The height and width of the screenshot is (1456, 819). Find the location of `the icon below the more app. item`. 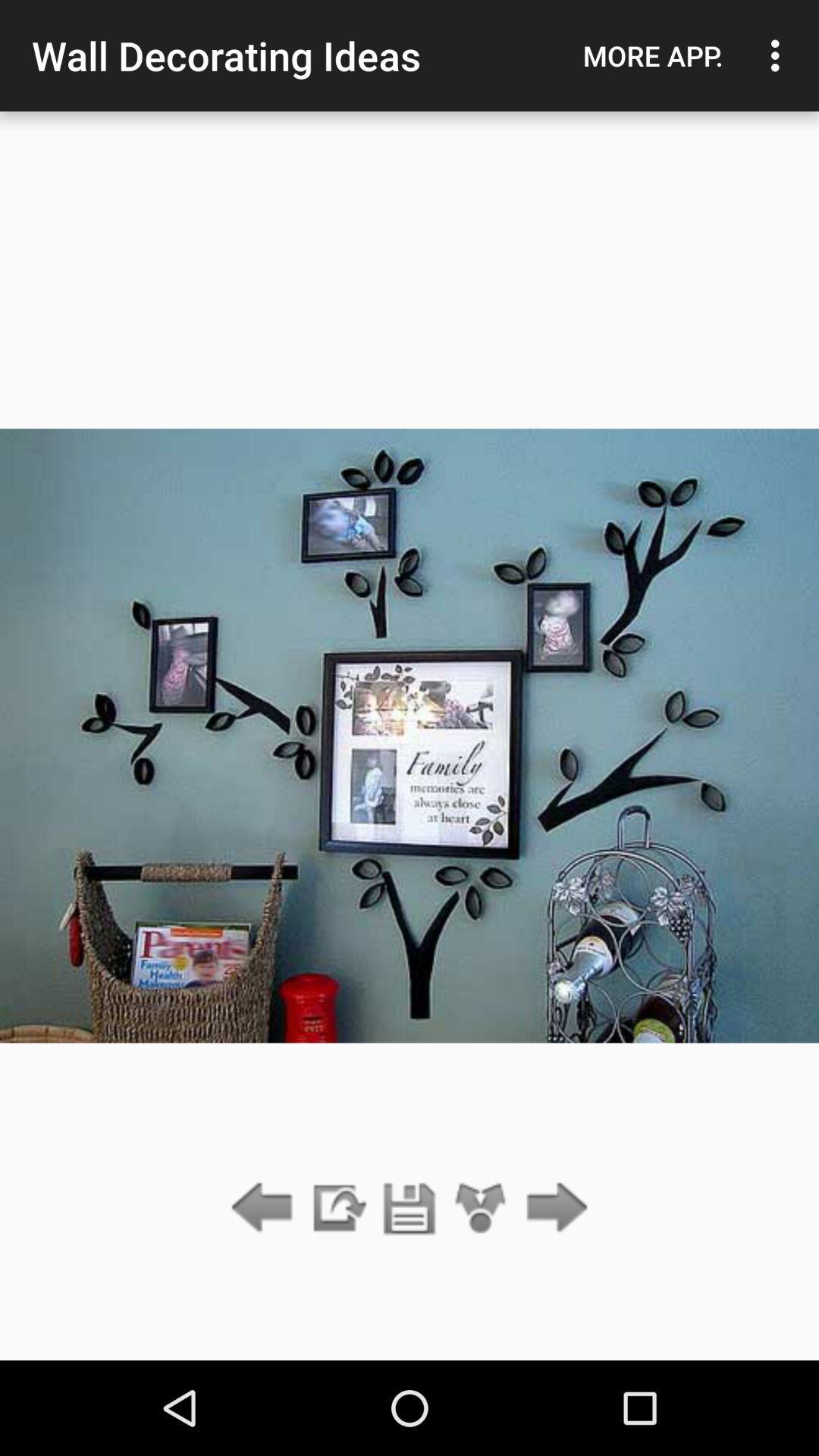

the icon below the more app. item is located at coordinates (553, 1208).